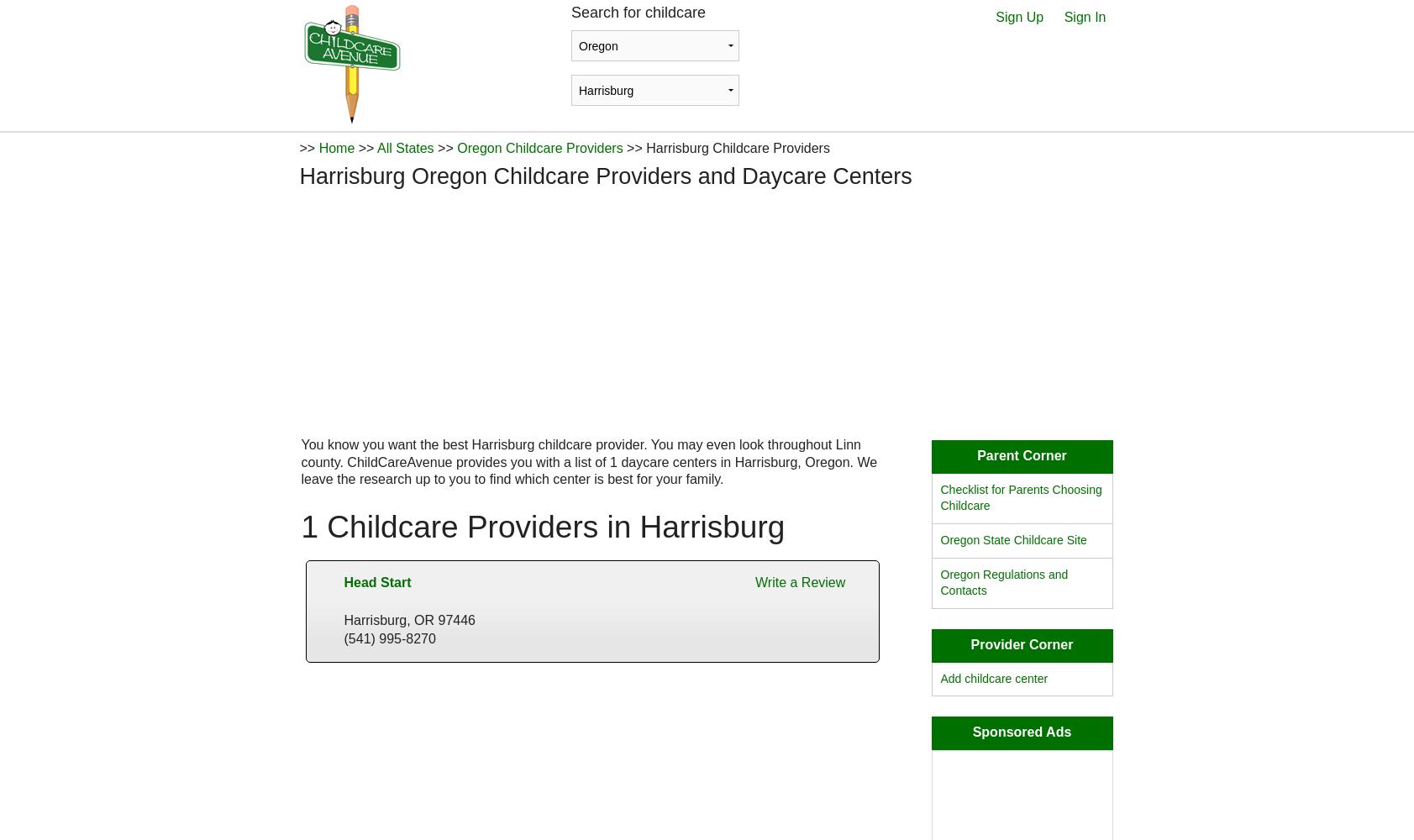 The height and width of the screenshot is (840, 1414). Describe the element at coordinates (639, 126) in the screenshot. I see `'Login with Facebook'` at that location.